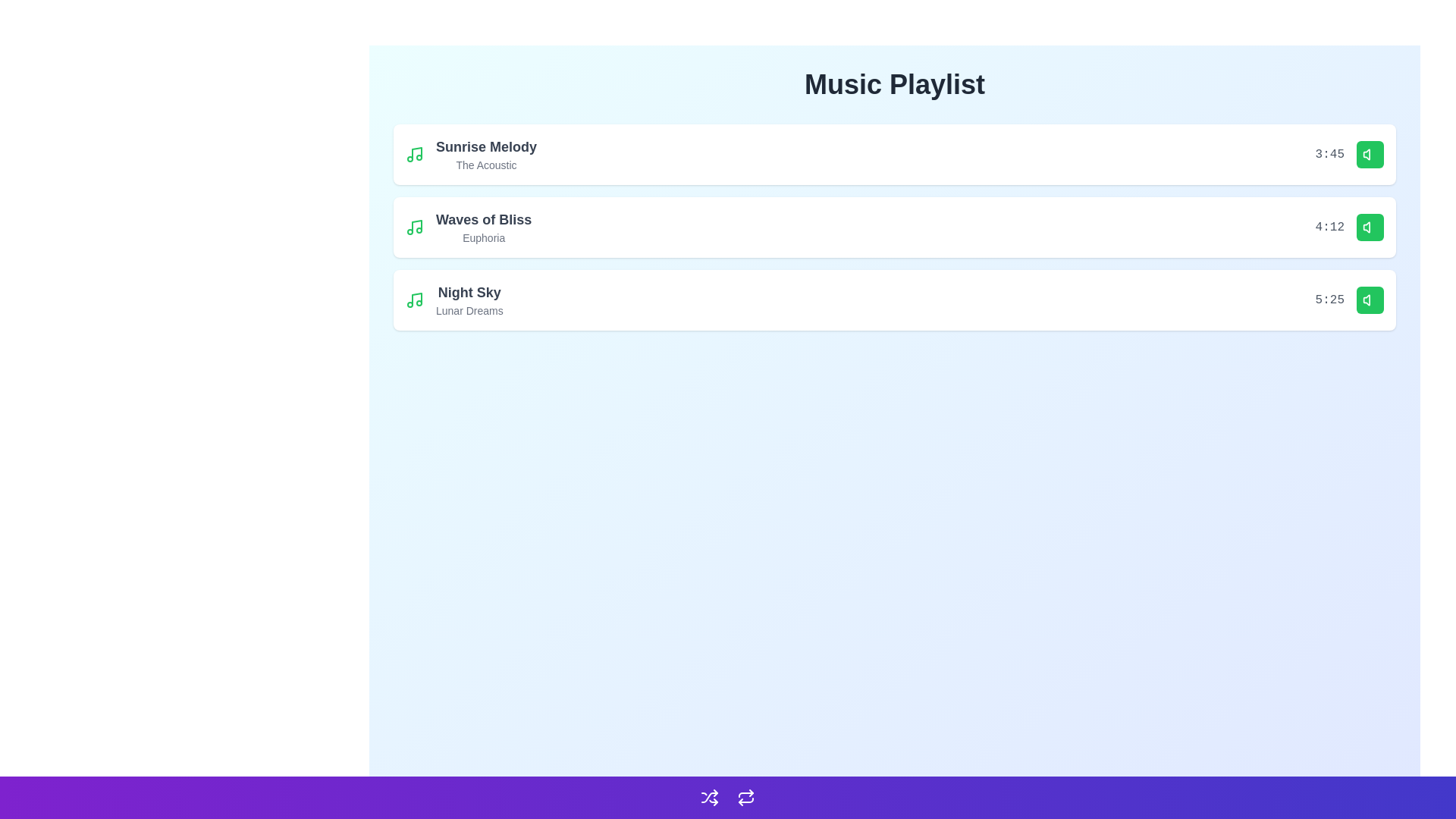 The height and width of the screenshot is (819, 1456). Describe the element at coordinates (1349, 155) in the screenshot. I see `the displayed time text '3:45' styled in gray, located within the first song entry card in the playlist interface, to the left of a green button with a speaker icon` at that location.